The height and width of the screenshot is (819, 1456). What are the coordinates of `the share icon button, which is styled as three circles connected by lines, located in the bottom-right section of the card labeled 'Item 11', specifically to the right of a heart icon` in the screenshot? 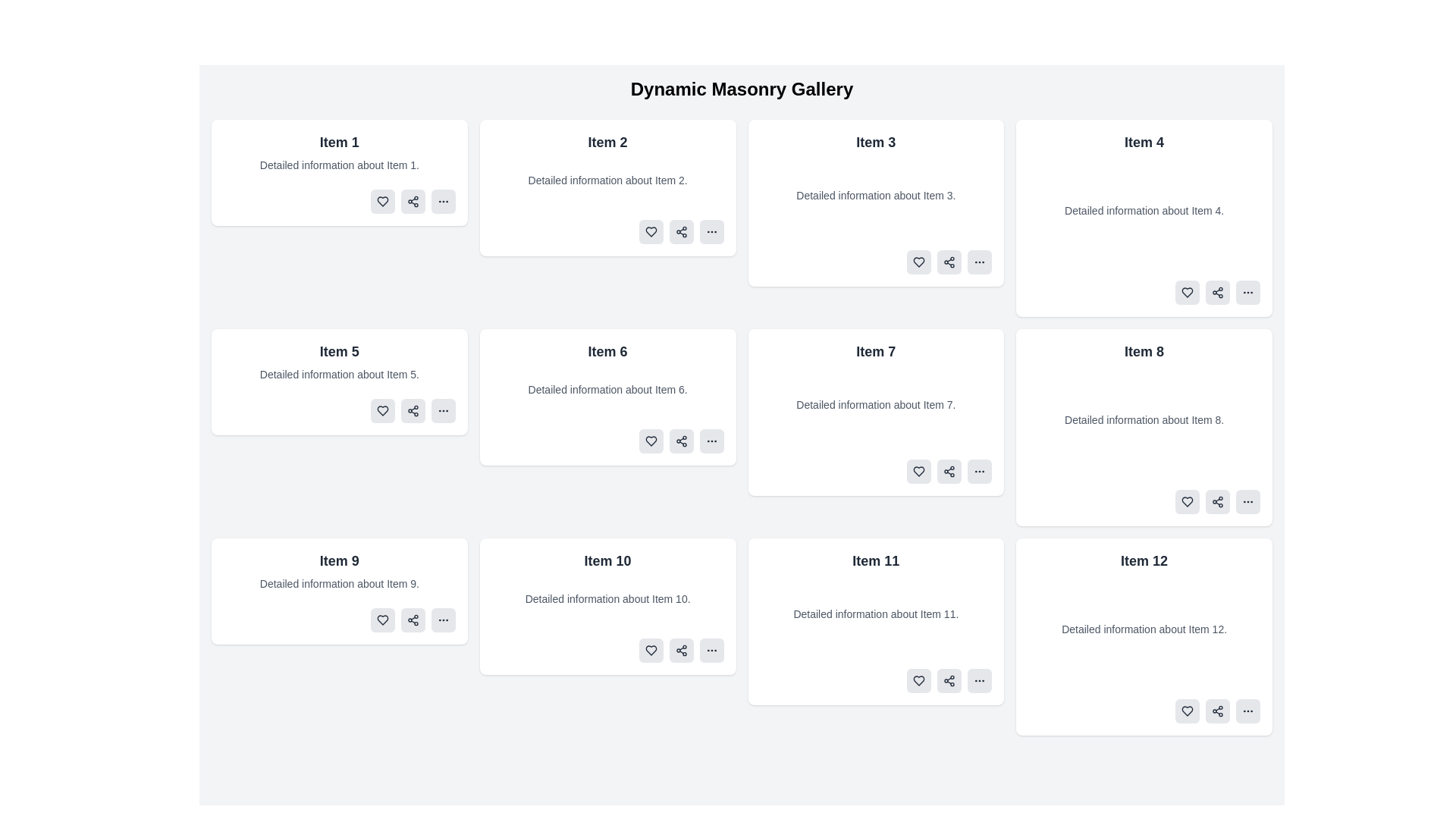 It's located at (949, 680).